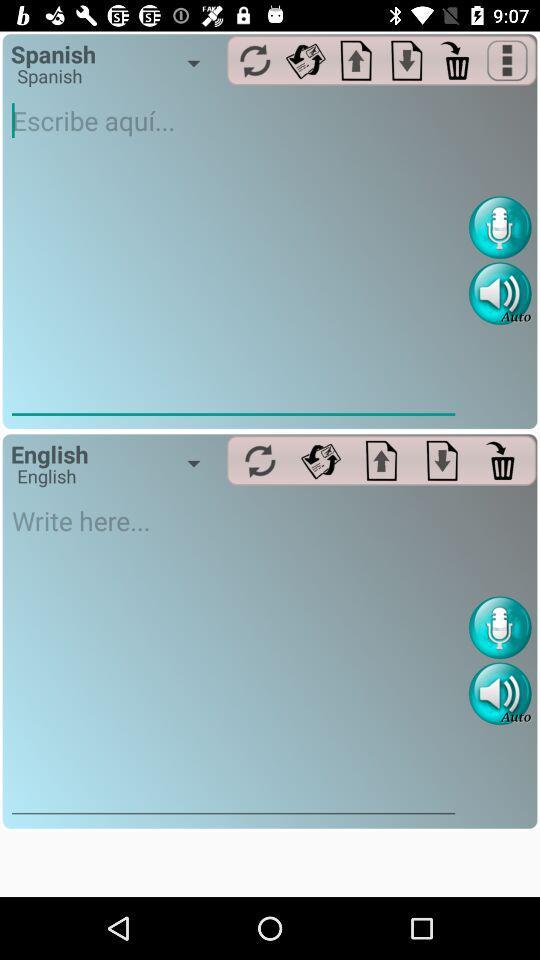  Describe the element at coordinates (502, 460) in the screenshot. I see `the delete icon` at that location.